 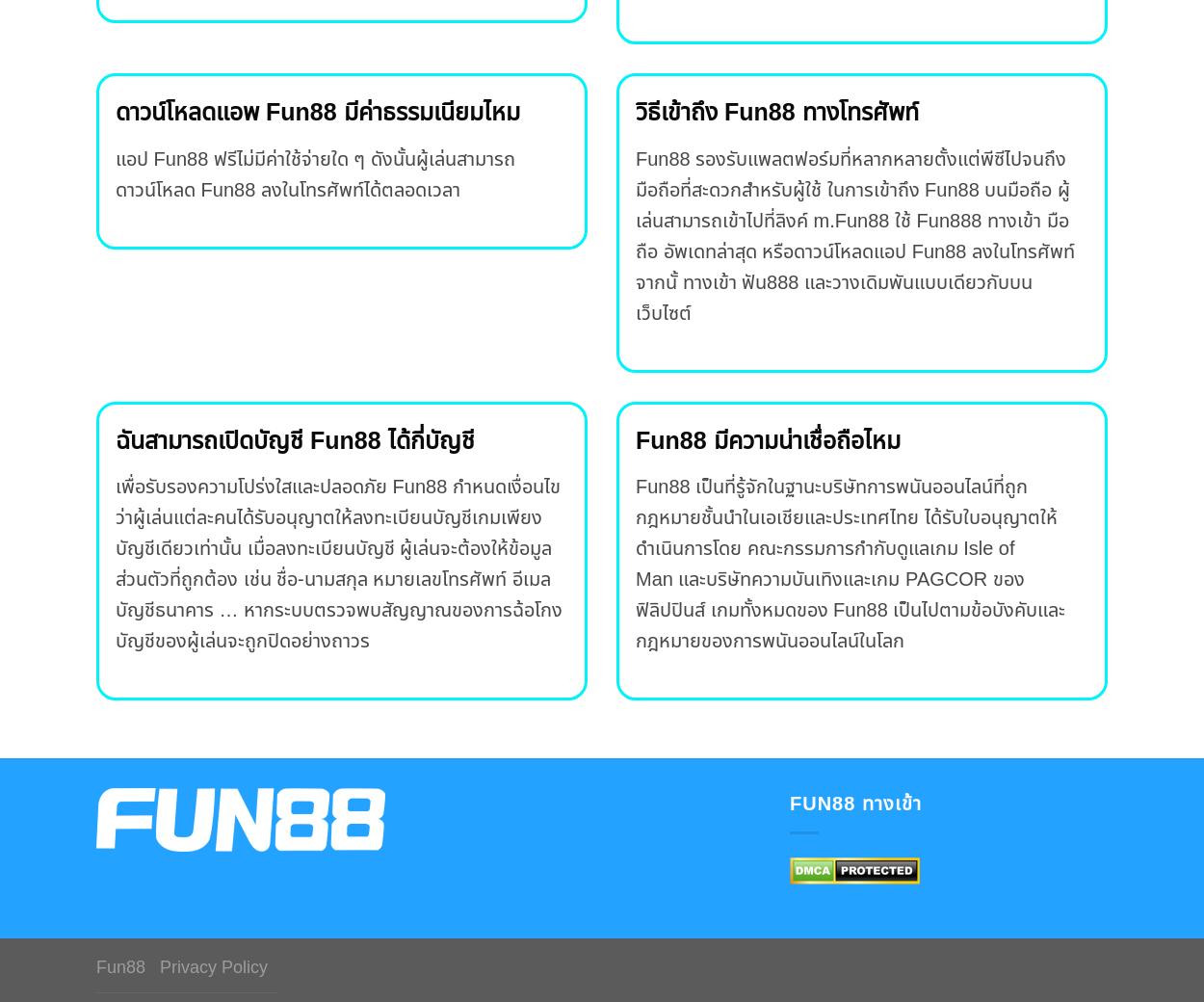 What do you see at coordinates (314, 173) in the screenshot?
I see `'แอป Fun88 ฟรีไม่มีค่าใช้จ่ายใด ๆ ดังนั้นผู้เล่นสามารถดาวน์โหลด Fun88 ลงในโทรศัพท์ได้ตลอดเวลา'` at bounding box center [314, 173].